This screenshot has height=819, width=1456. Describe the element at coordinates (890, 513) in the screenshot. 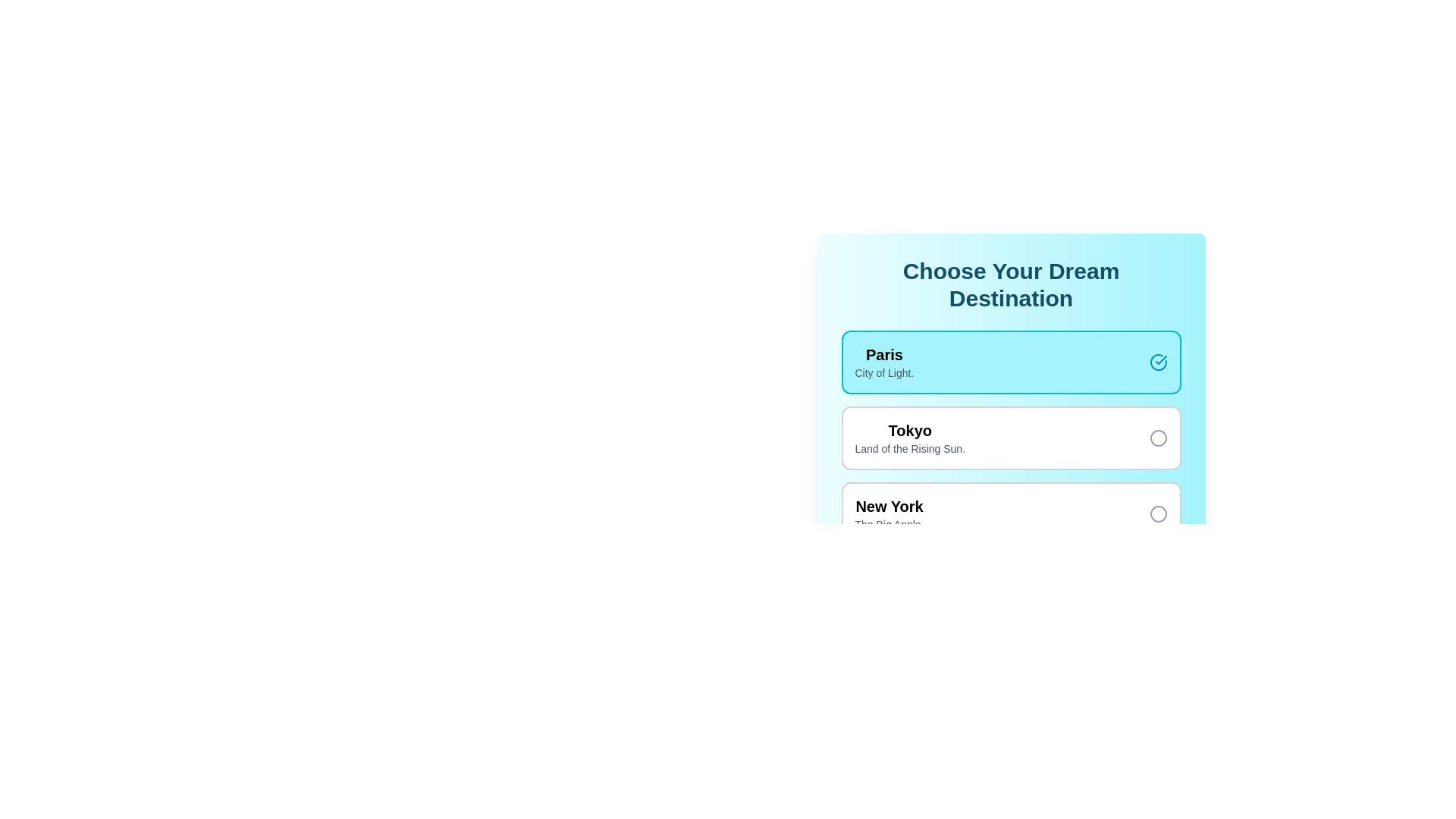

I see `displayed text of the textual label for the city 'New York,' which is the last item in the selectable destination list, located below the 'Tokyo' option` at that location.